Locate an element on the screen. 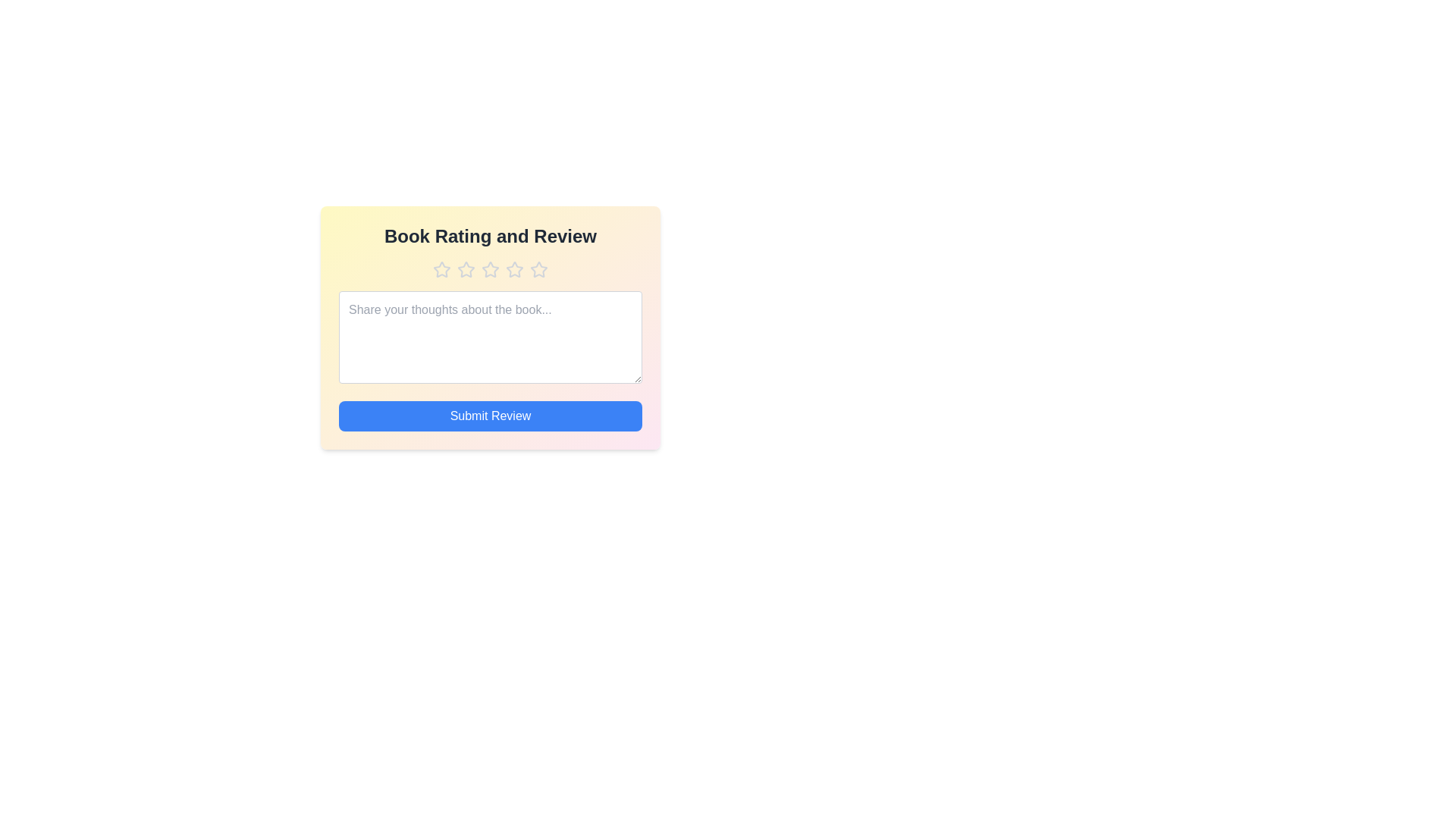  the book rating to 2 stars by clicking on the corresponding star is located at coordinates (465, 268).